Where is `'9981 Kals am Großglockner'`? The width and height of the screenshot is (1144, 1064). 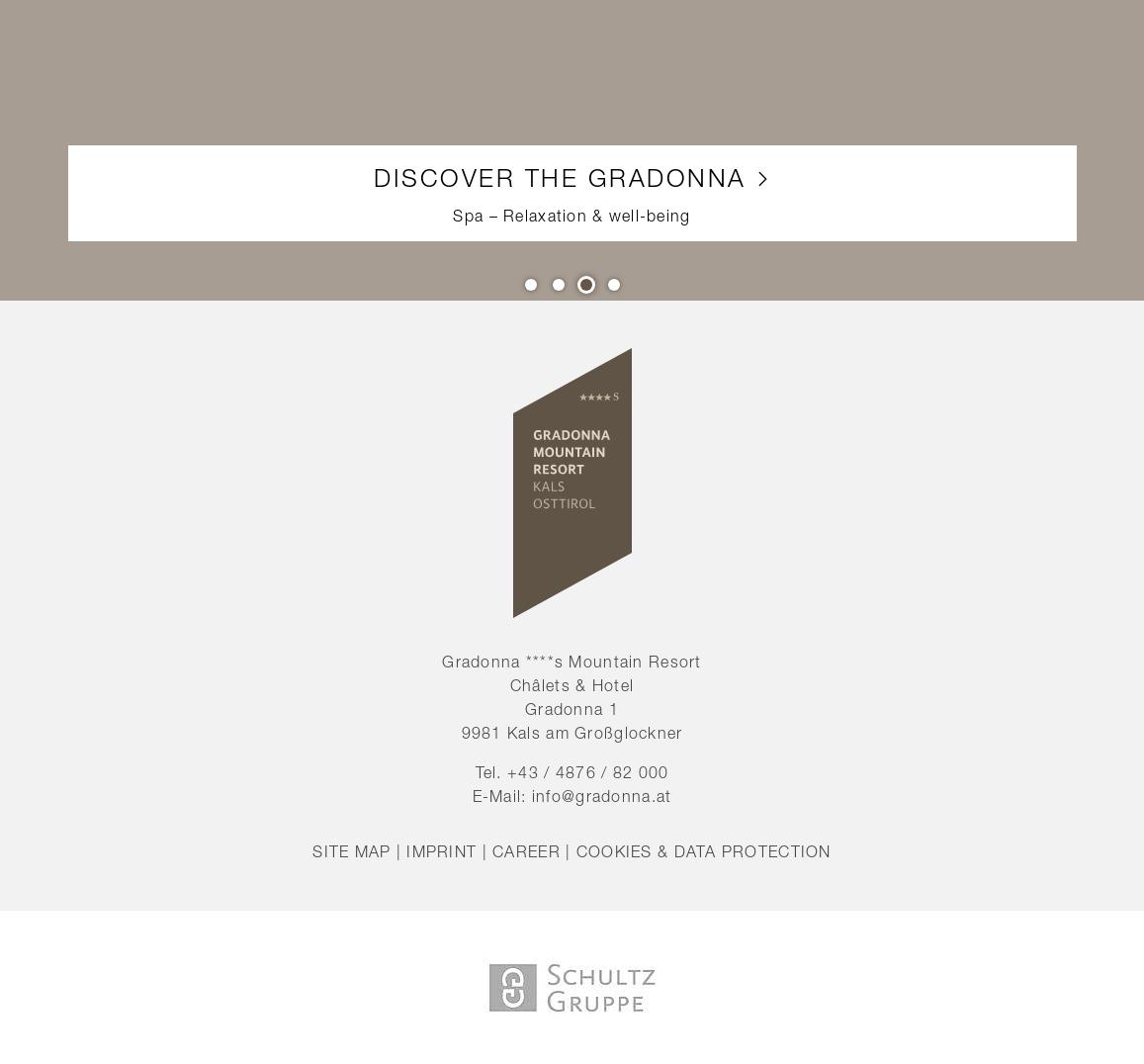 '9981 Kals am Großglockner' is located at coordinates (571, 732).